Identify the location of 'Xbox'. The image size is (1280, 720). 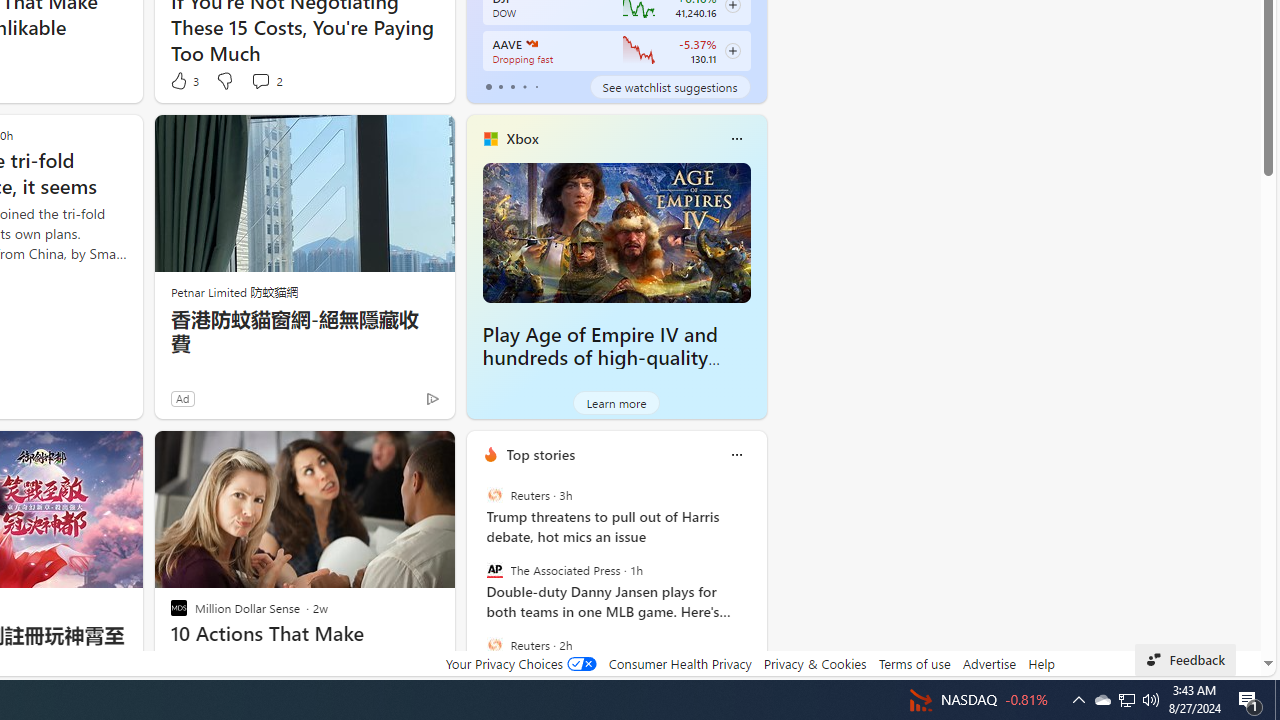
(522, 138).